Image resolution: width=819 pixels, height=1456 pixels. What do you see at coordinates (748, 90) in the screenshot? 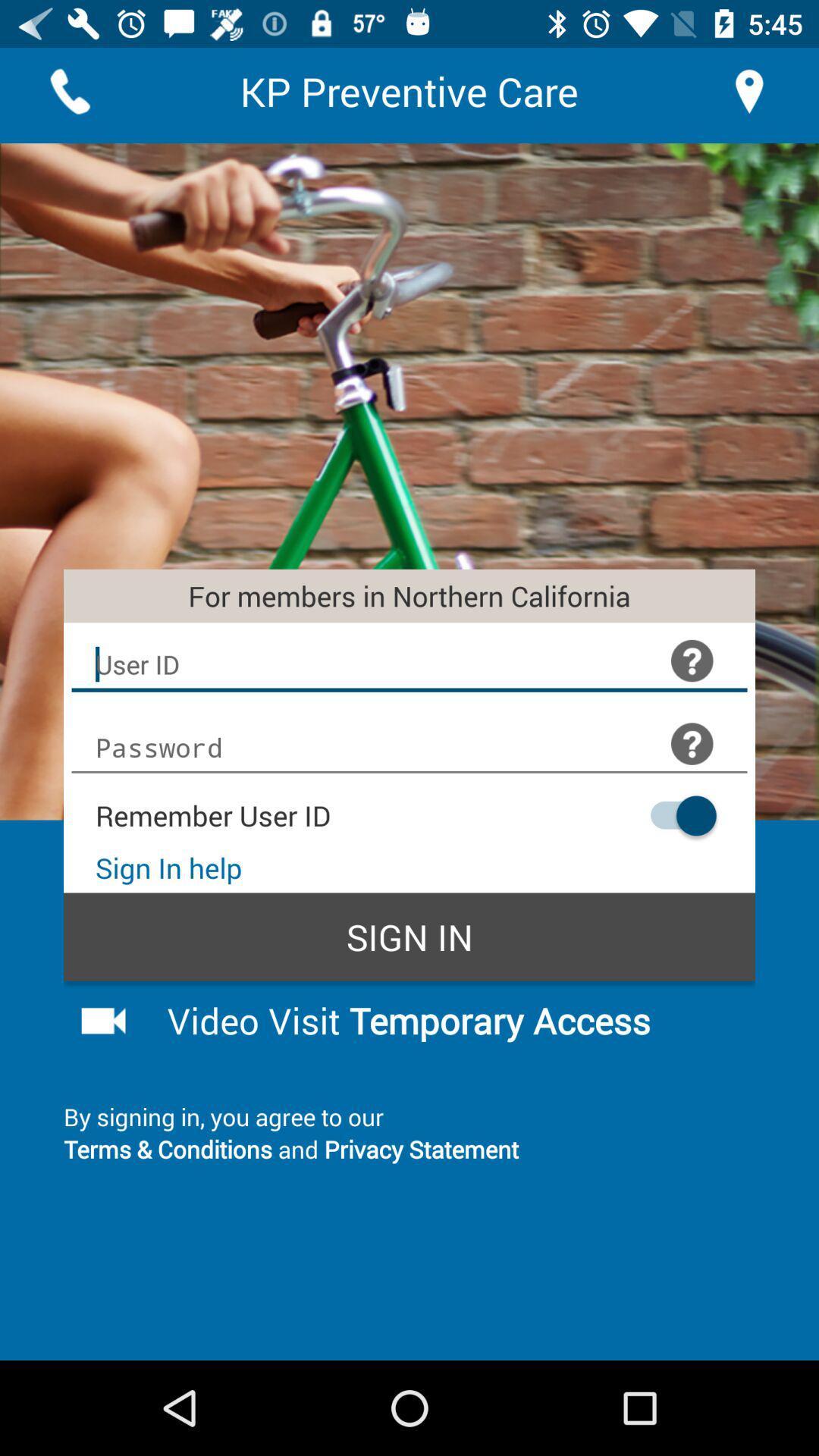
I see `the location icon` at bounding box center [748, 90].